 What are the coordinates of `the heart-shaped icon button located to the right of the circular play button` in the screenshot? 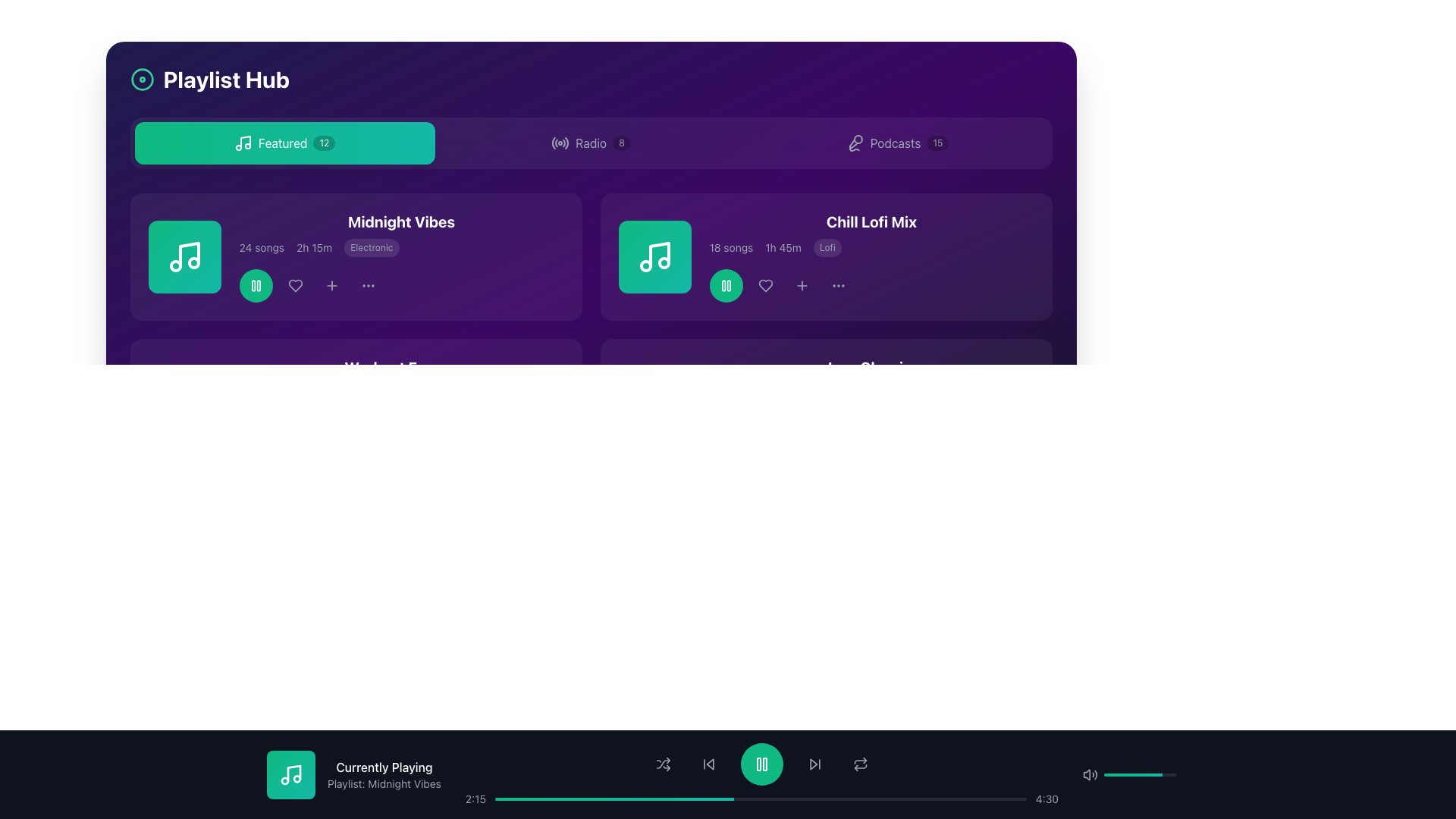 It's located at (765, 286).